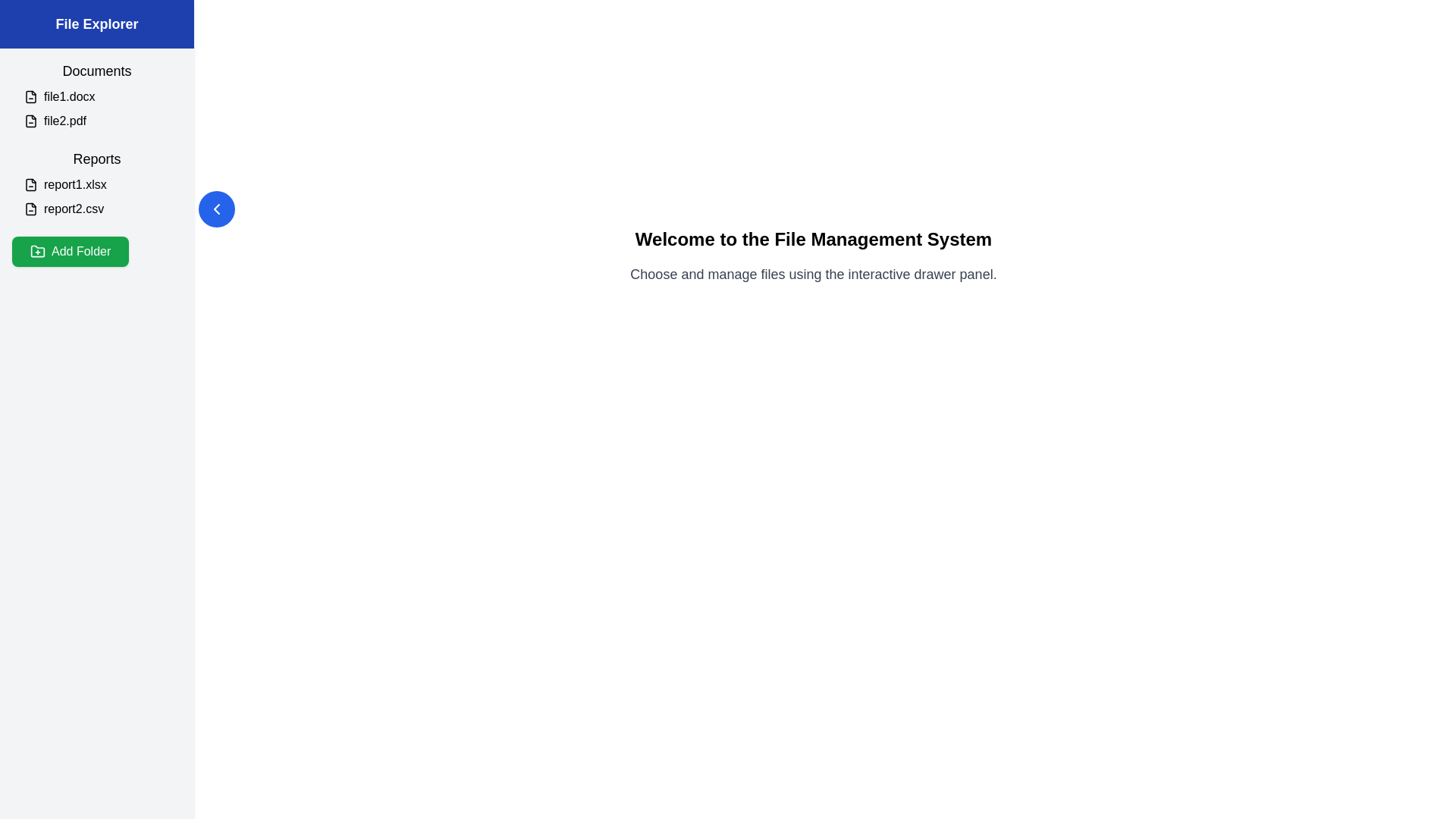 Image resolution: width=1456 pixels, height=819 pixels. I want to click on the text label 'report1.xlsx' with a file icon in the left navigation panel under the 'Reports' section, so click(102, 184).